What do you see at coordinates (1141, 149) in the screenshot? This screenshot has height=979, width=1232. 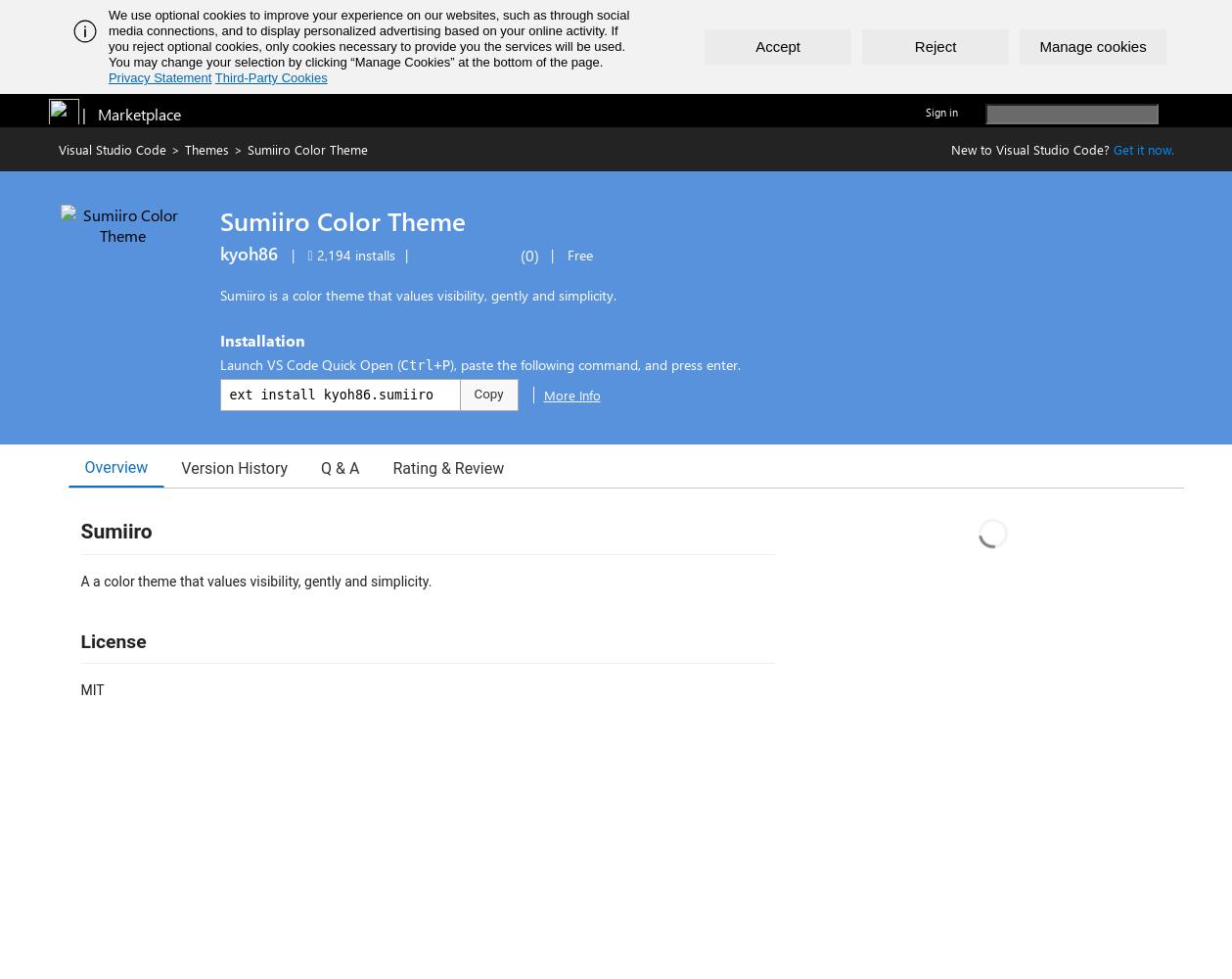 I see `'Get it now.'` at bounding box center [1141, 149].